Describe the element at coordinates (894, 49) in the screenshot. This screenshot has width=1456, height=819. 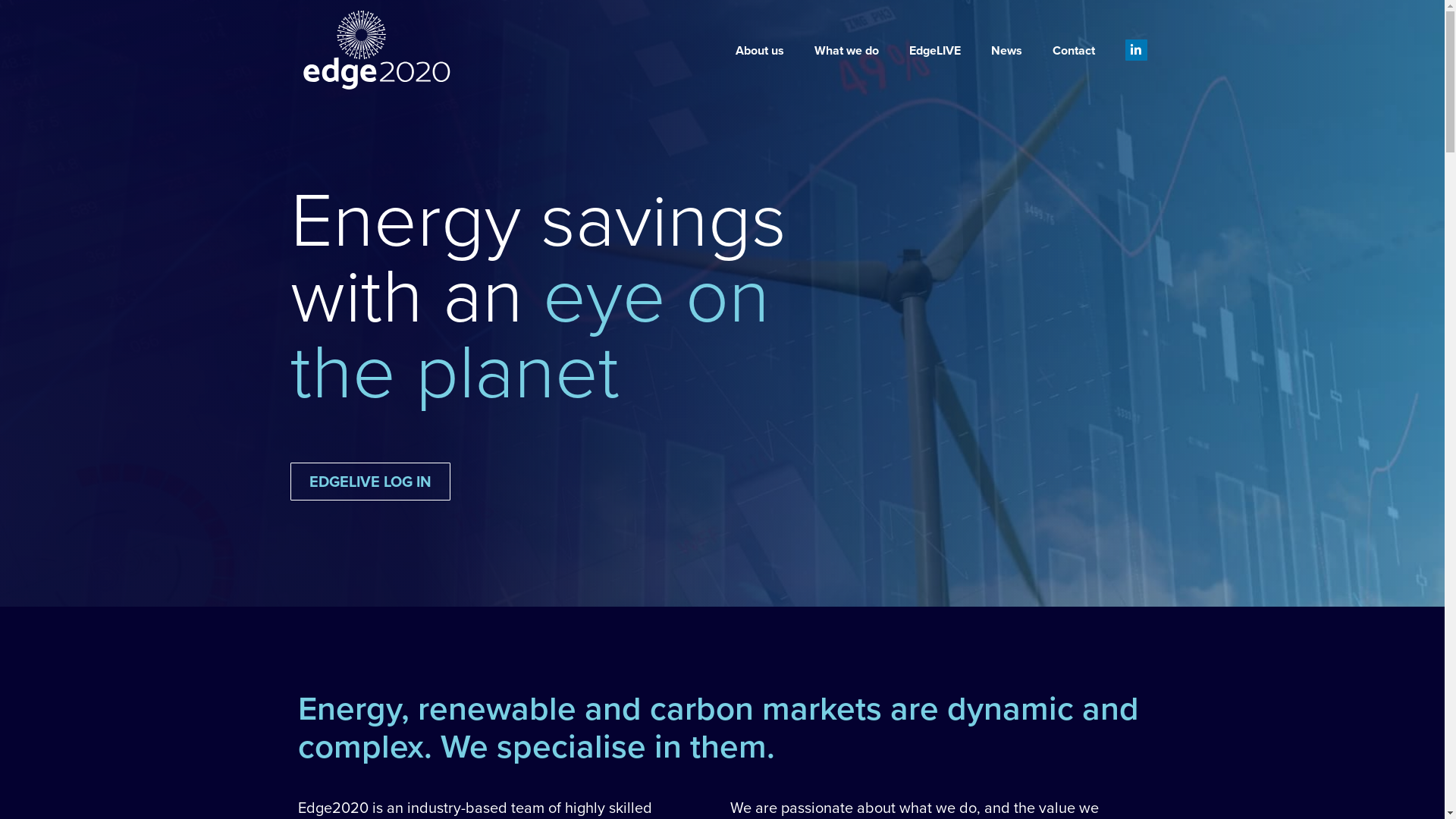
I see `'EdgeLIVE'` at that location.